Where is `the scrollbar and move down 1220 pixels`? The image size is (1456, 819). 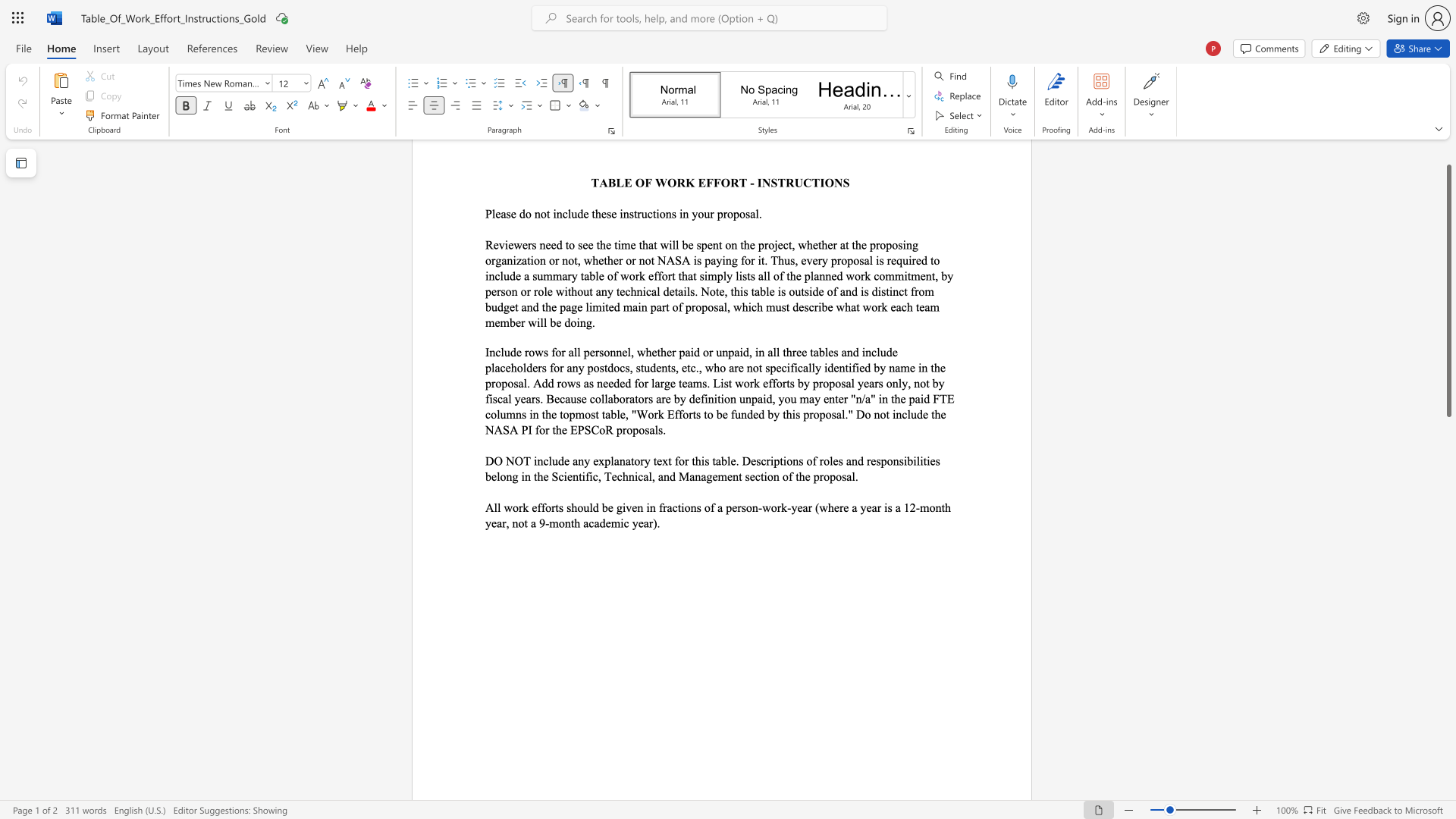
the scrollbar and move down 1220 pixels is located at coordinates (1448, 290).